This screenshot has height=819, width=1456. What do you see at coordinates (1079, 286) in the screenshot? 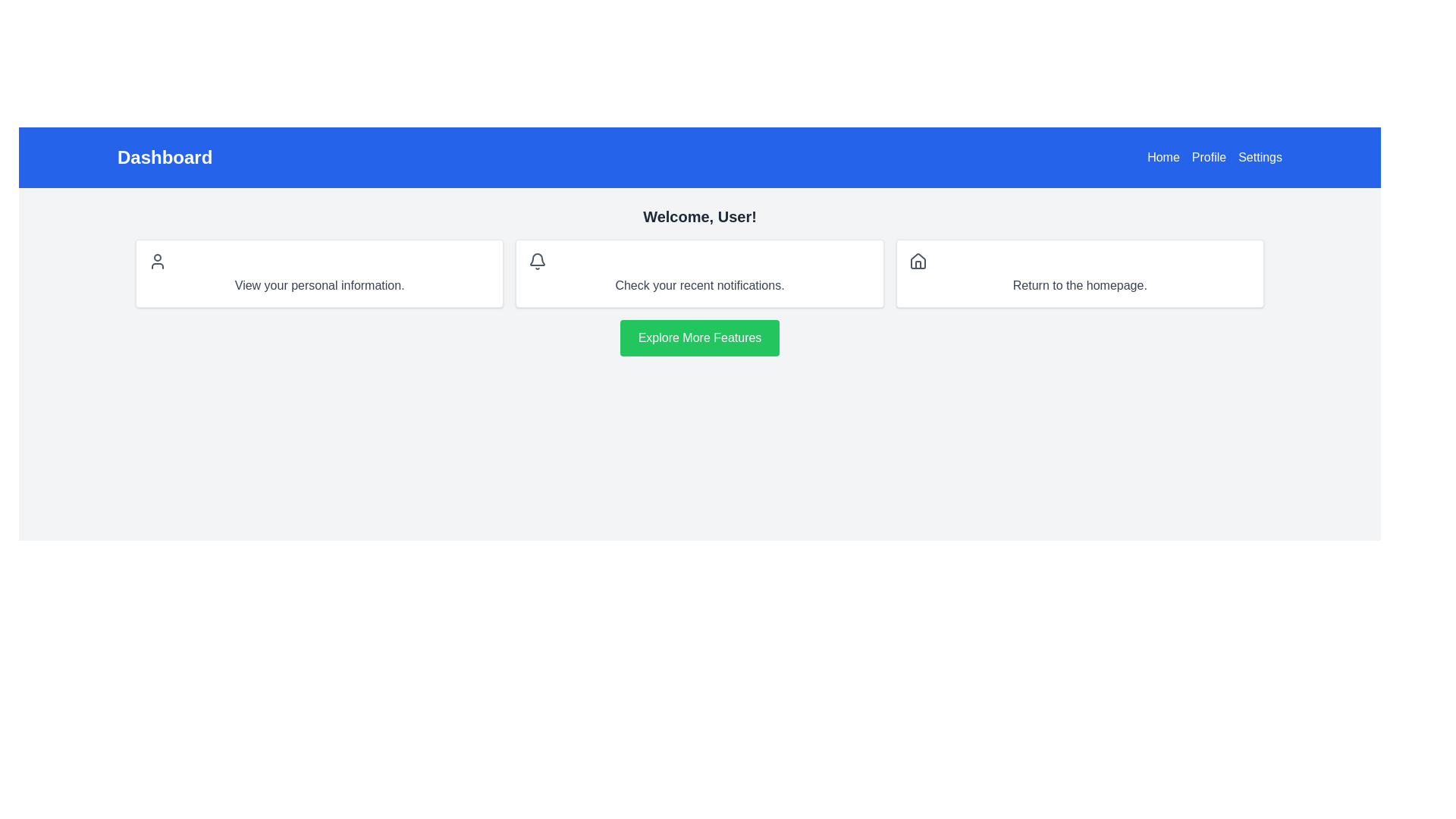
I see `the text label displaying 'Return to the homepage.' located at the bottom of a card in the right-most position of a three-card layout` at bounding box center [1079, 286].